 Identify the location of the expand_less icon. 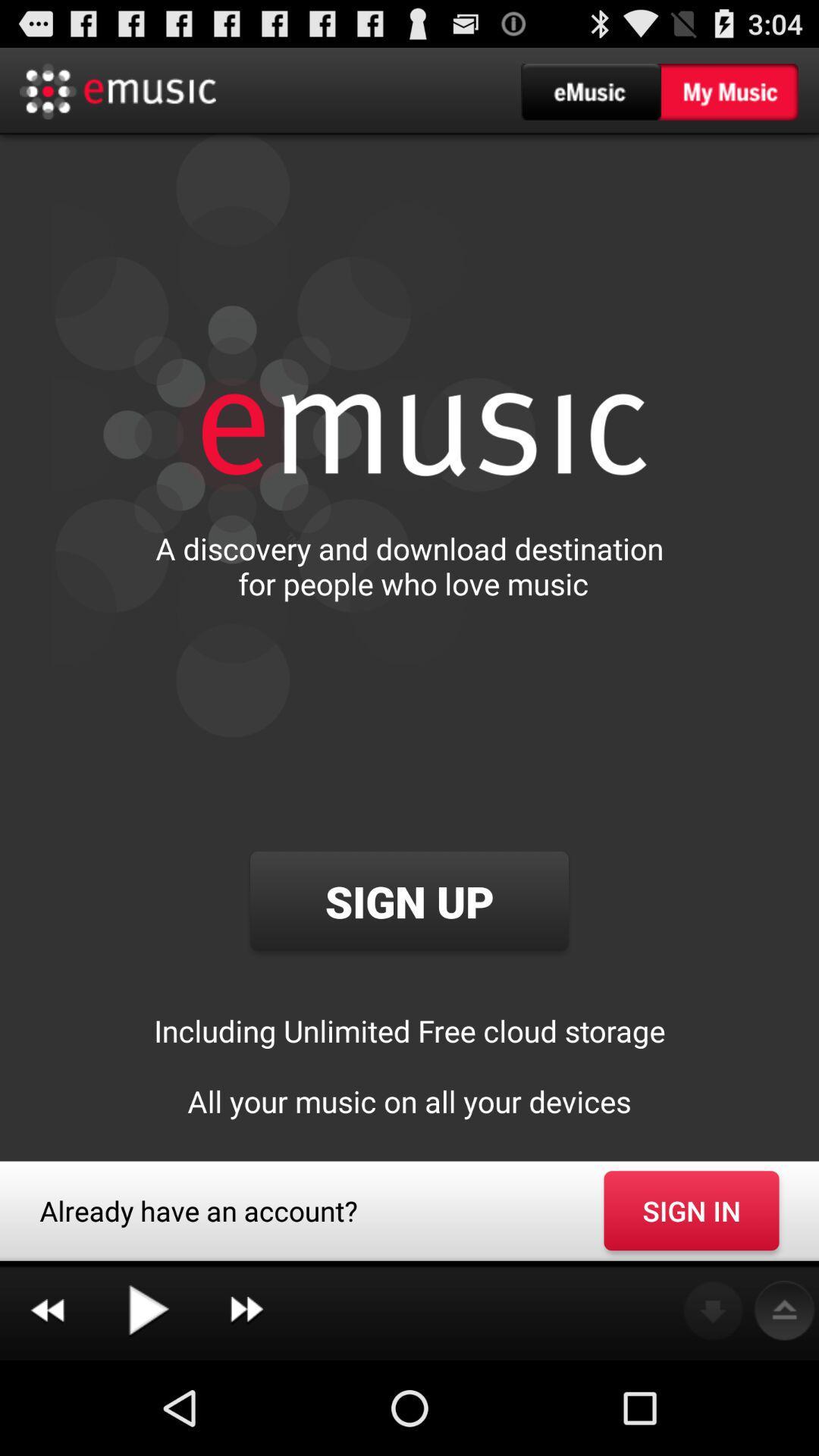
(784, 1402).